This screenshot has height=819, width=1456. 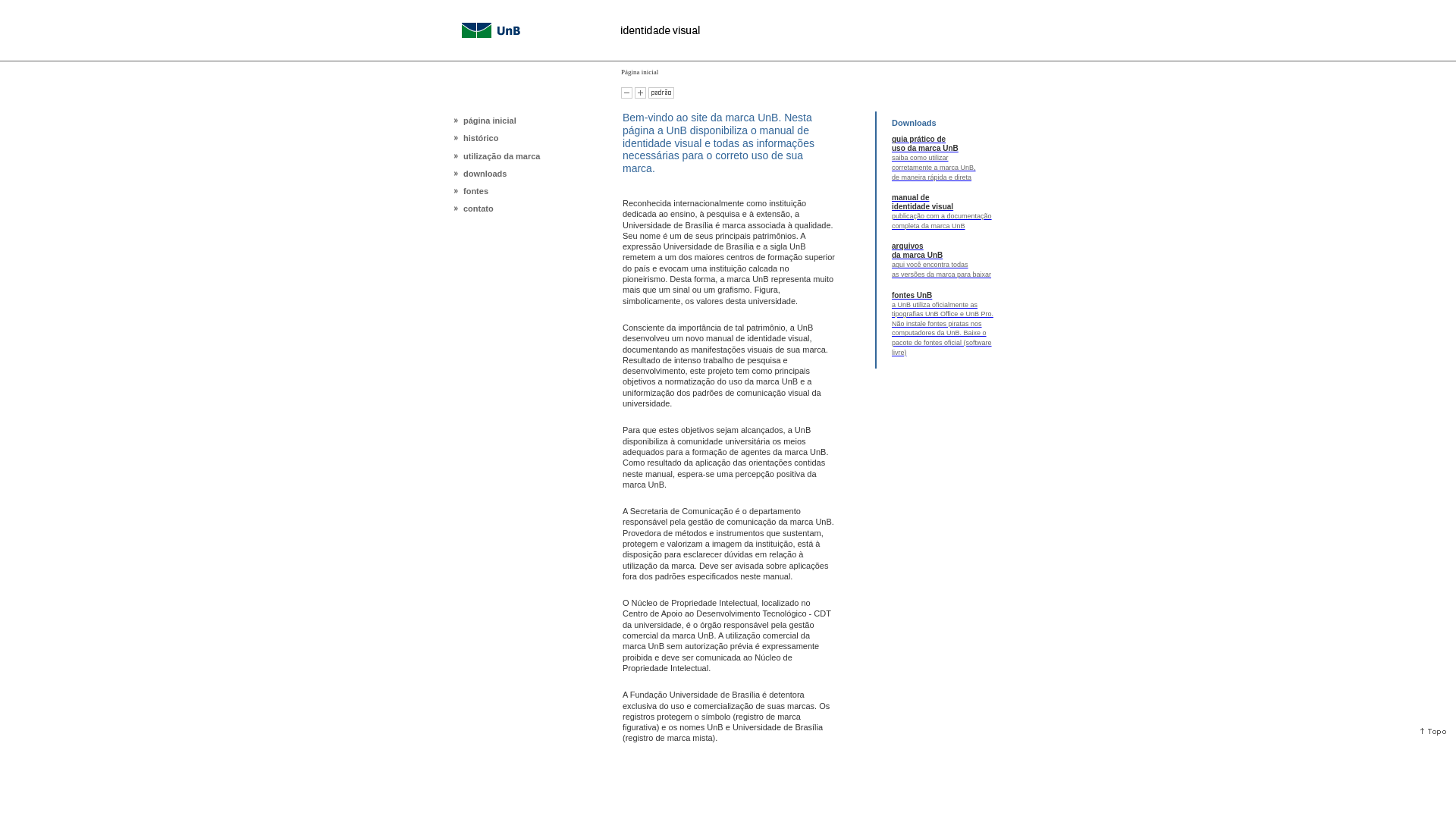 What do you see at coordinates (505, 189) in the screenshot?
I see `'fontes'` at bounding box center [505, 189].